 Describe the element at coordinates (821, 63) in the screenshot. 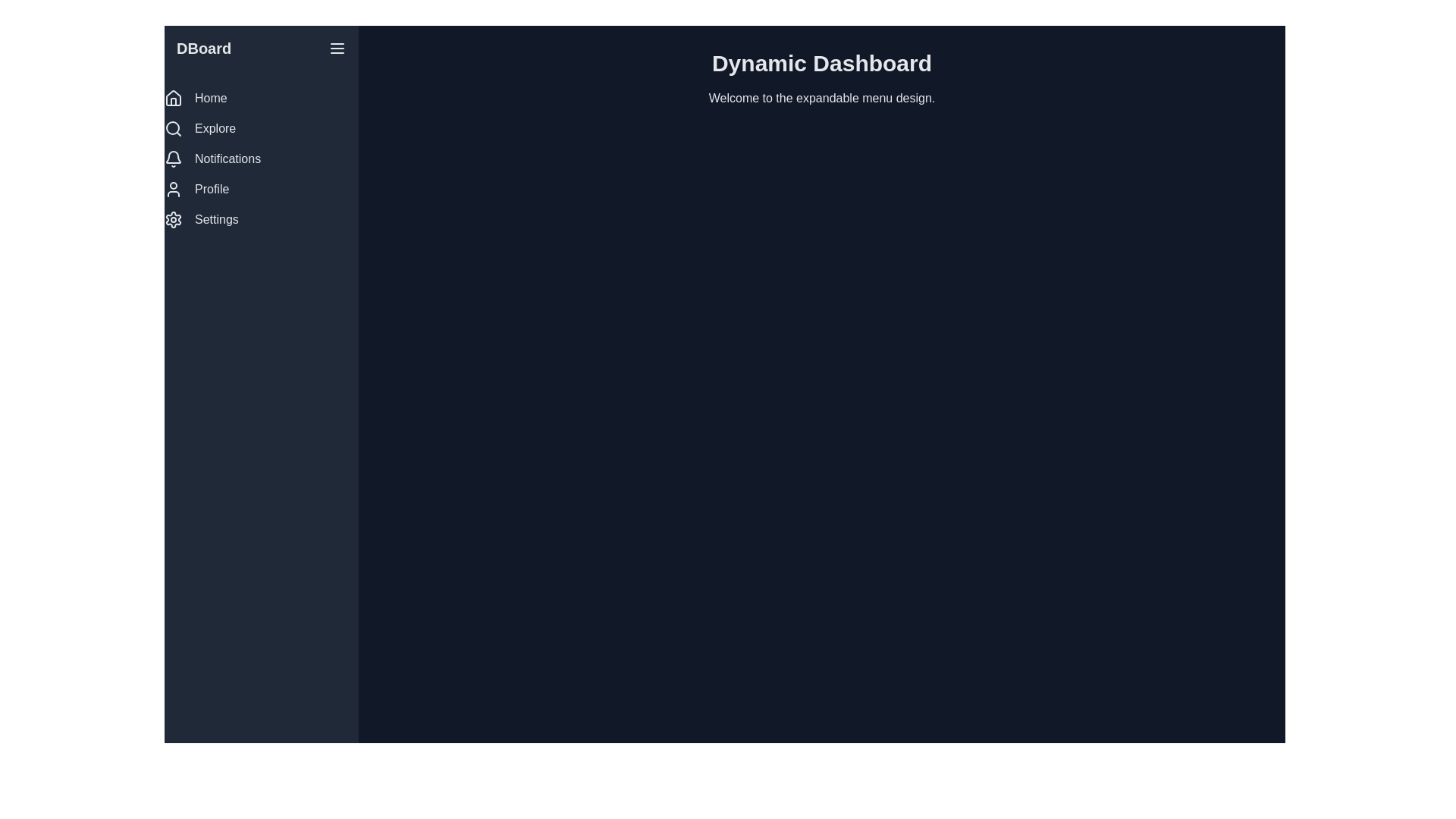

I see `the 'Dynamic Dashboard' text header, which is a large, bold header positioned at the top of the content area against a dark background` at that location.